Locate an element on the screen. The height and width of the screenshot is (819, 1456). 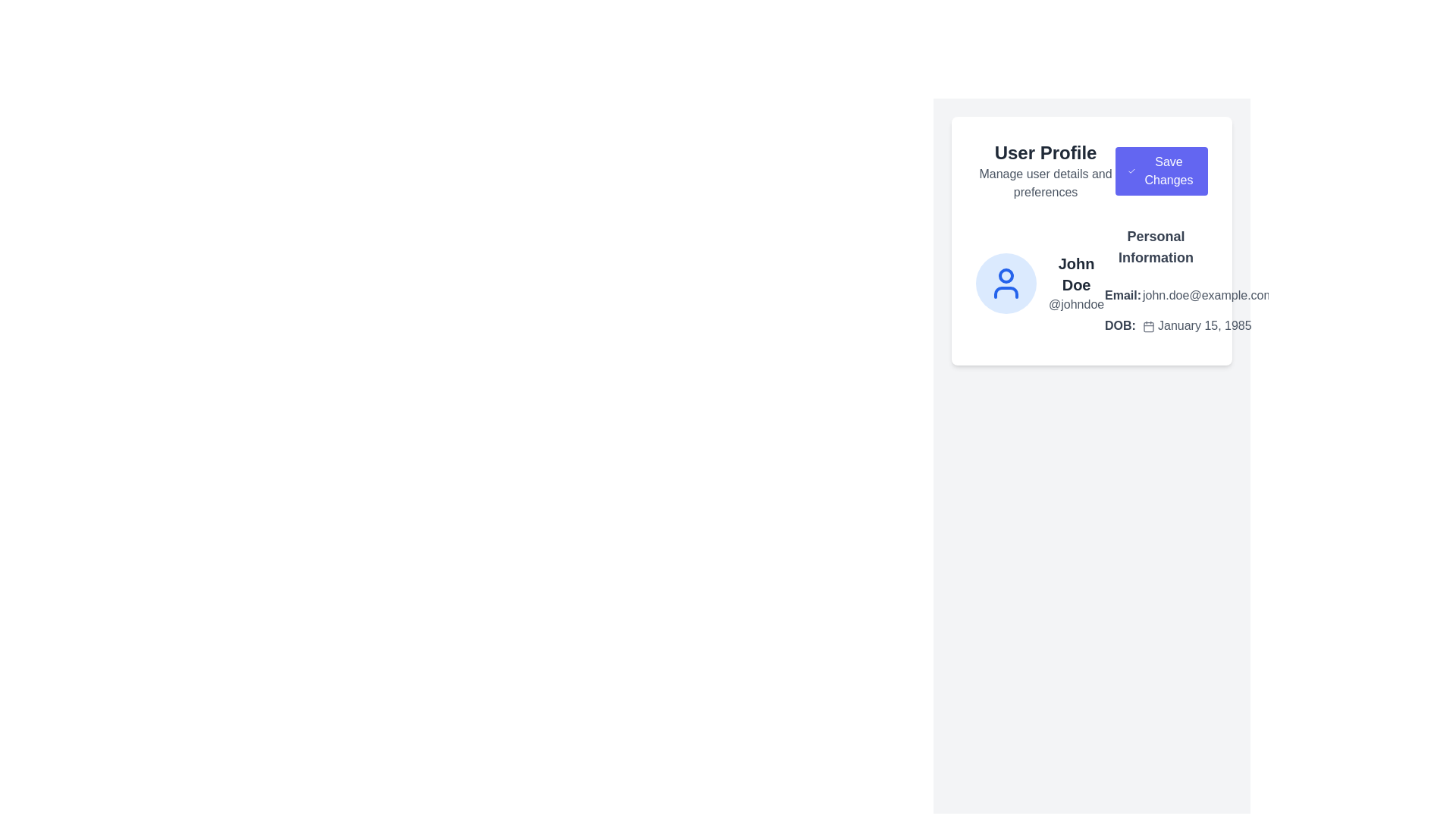
descriptive text of the 'User Profile' header and 'Save Changes' button located at the top part of the user profile settings card is located at coordinates (1092, 171).